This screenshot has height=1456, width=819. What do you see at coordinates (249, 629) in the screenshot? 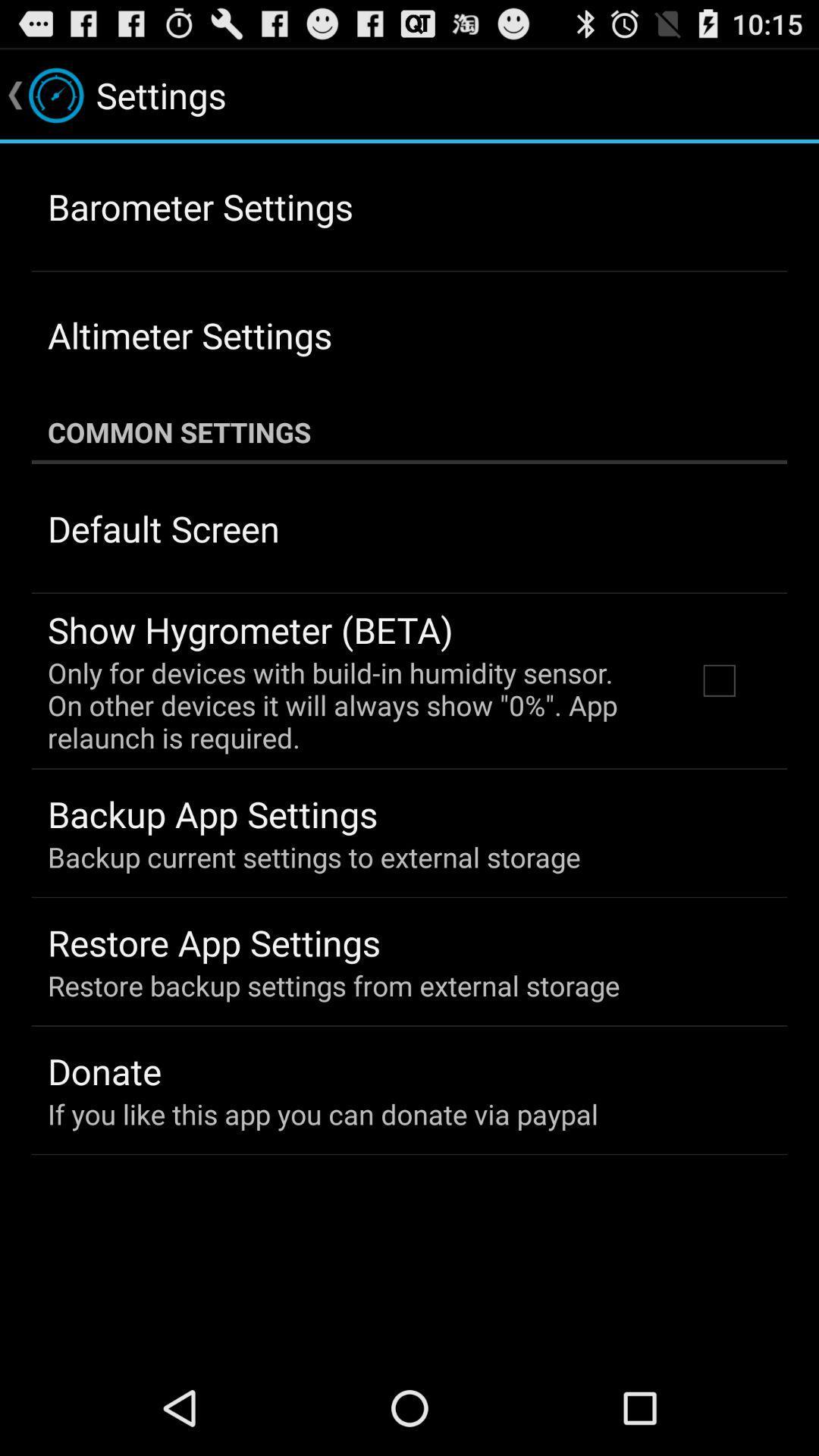
I see `the show hygrometer (beta) app` at bounding box center [249, 629].